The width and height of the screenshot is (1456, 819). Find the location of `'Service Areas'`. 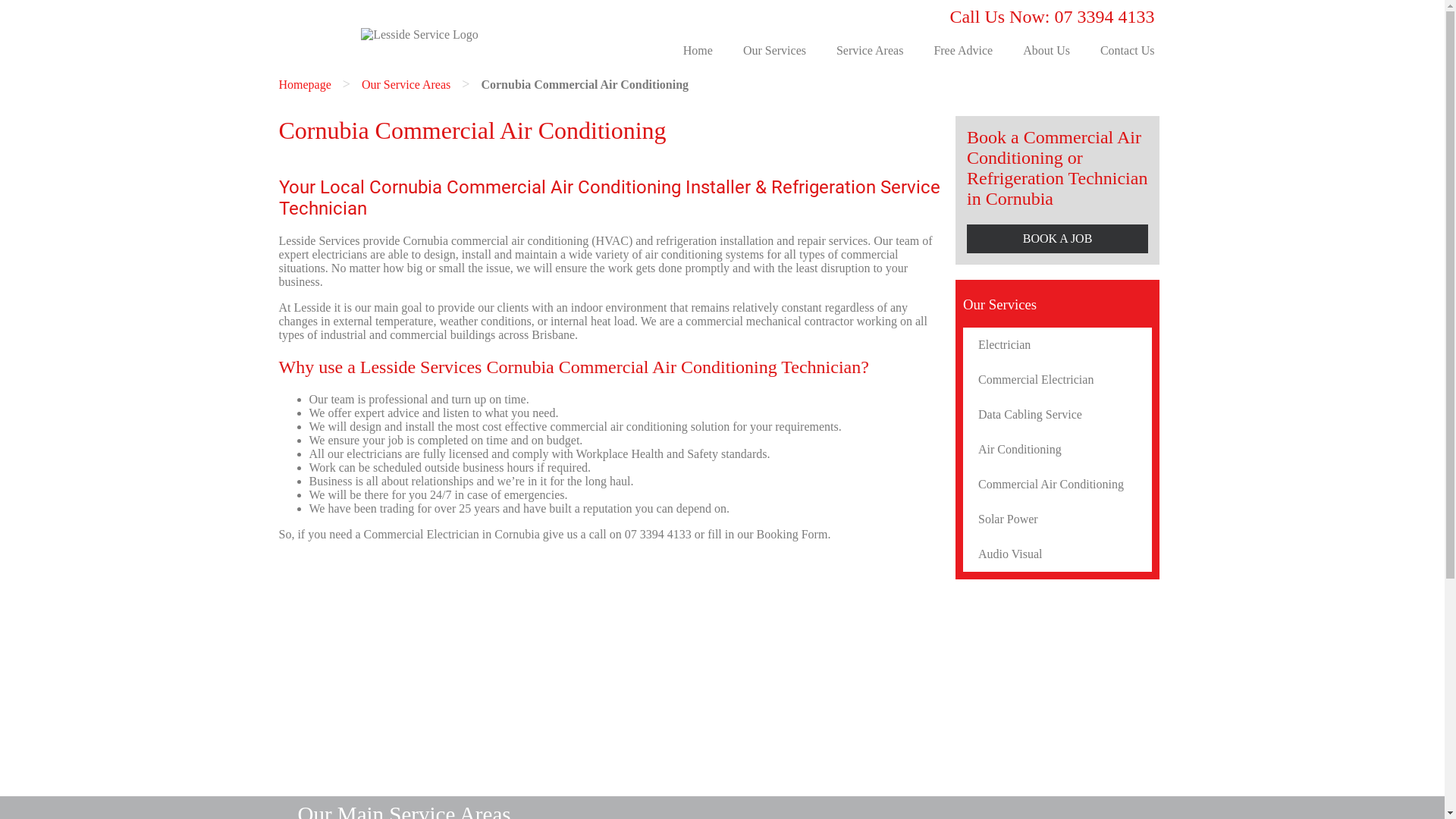

'Service Areas' is located at coordinates (821, 49).